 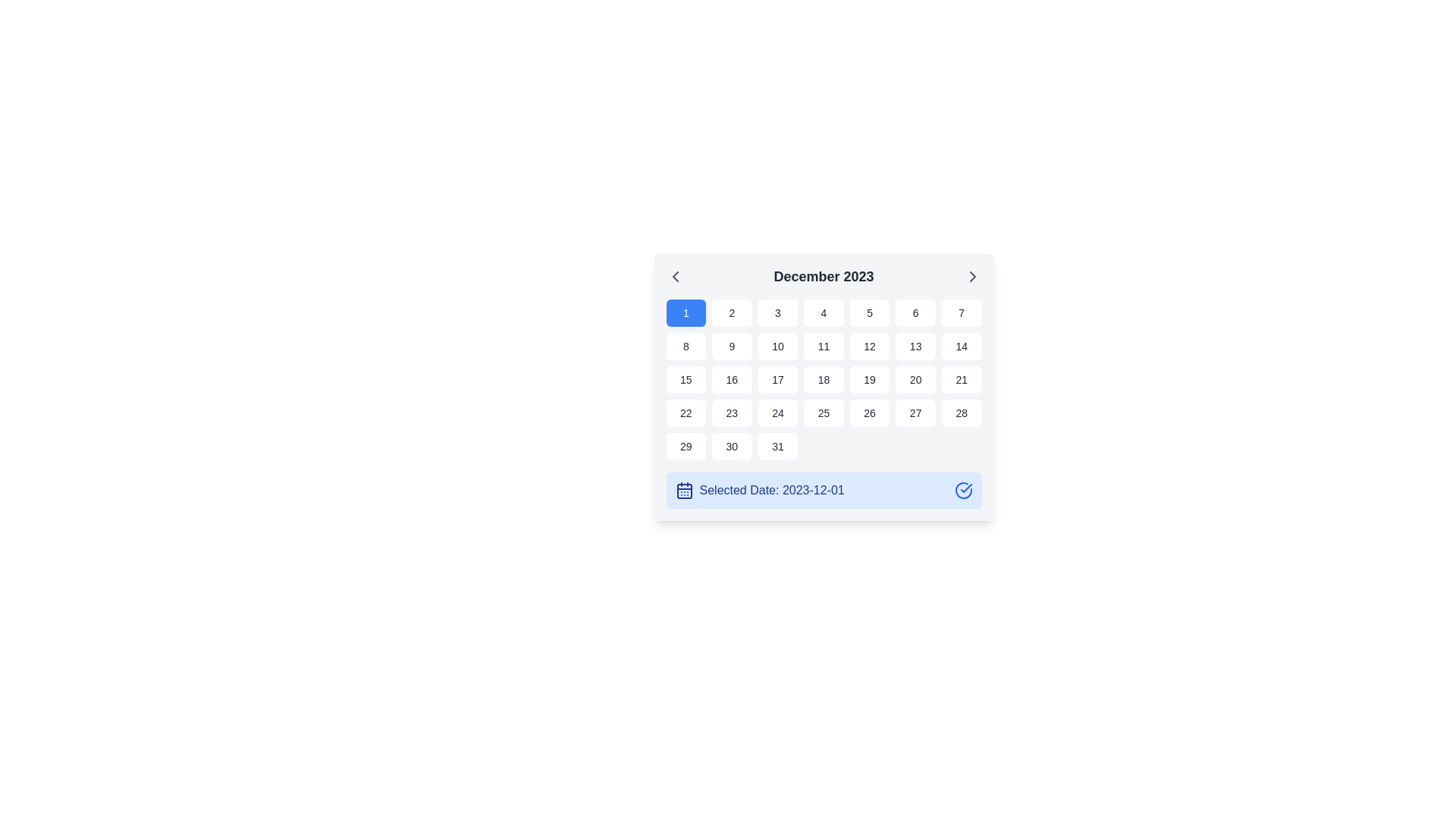 What do you see at coordinates (822, 413) in the screenshot?
I see `the calendar date cell button displaying '25'` at bounding box center [822, 413].